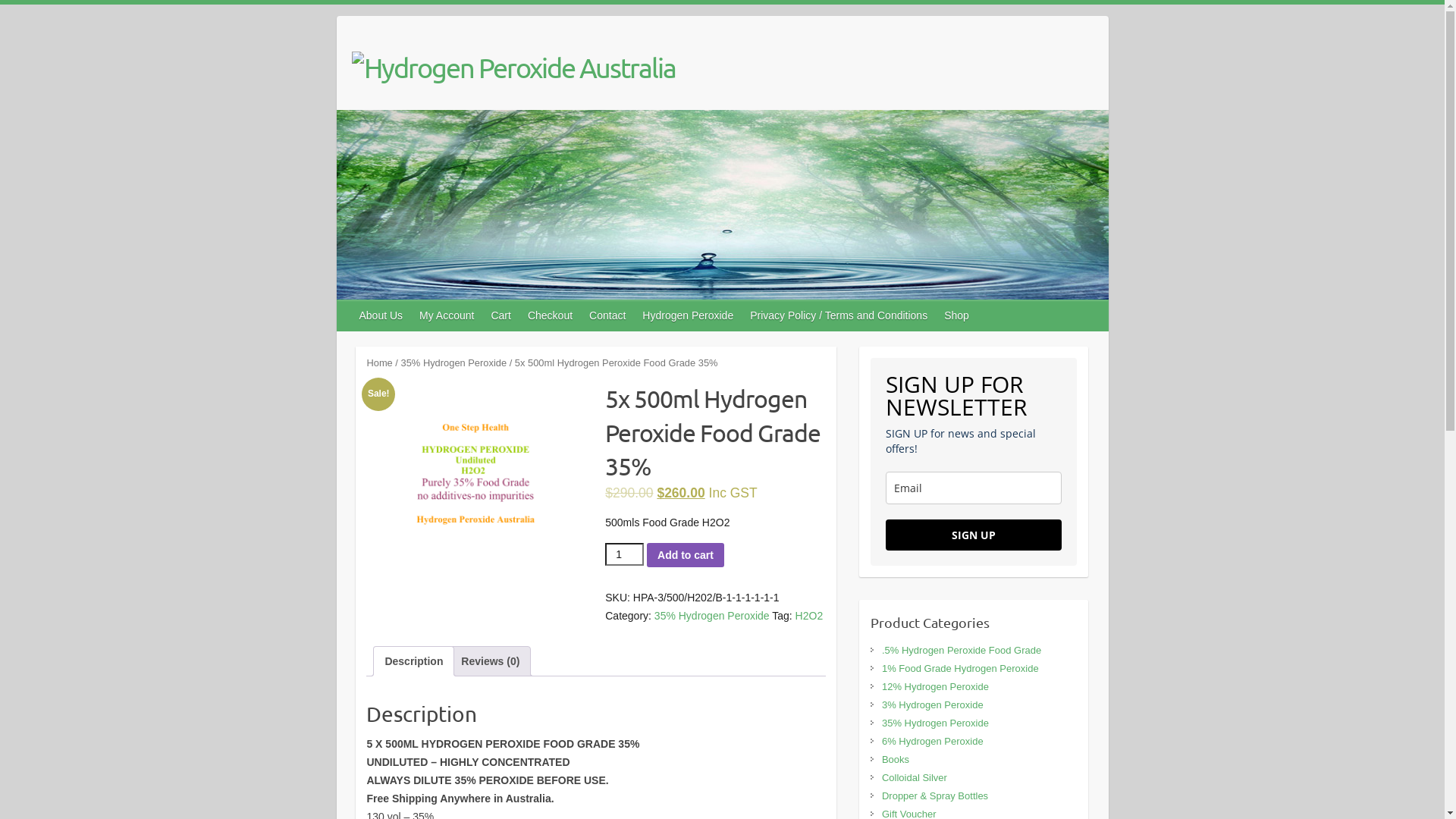 The width and height of the screenshot is (1456, 819). What do you see at coordinates (475, 474) in the screenshot?
I see `'IMG_9411'` at bounding box center [475, 474].